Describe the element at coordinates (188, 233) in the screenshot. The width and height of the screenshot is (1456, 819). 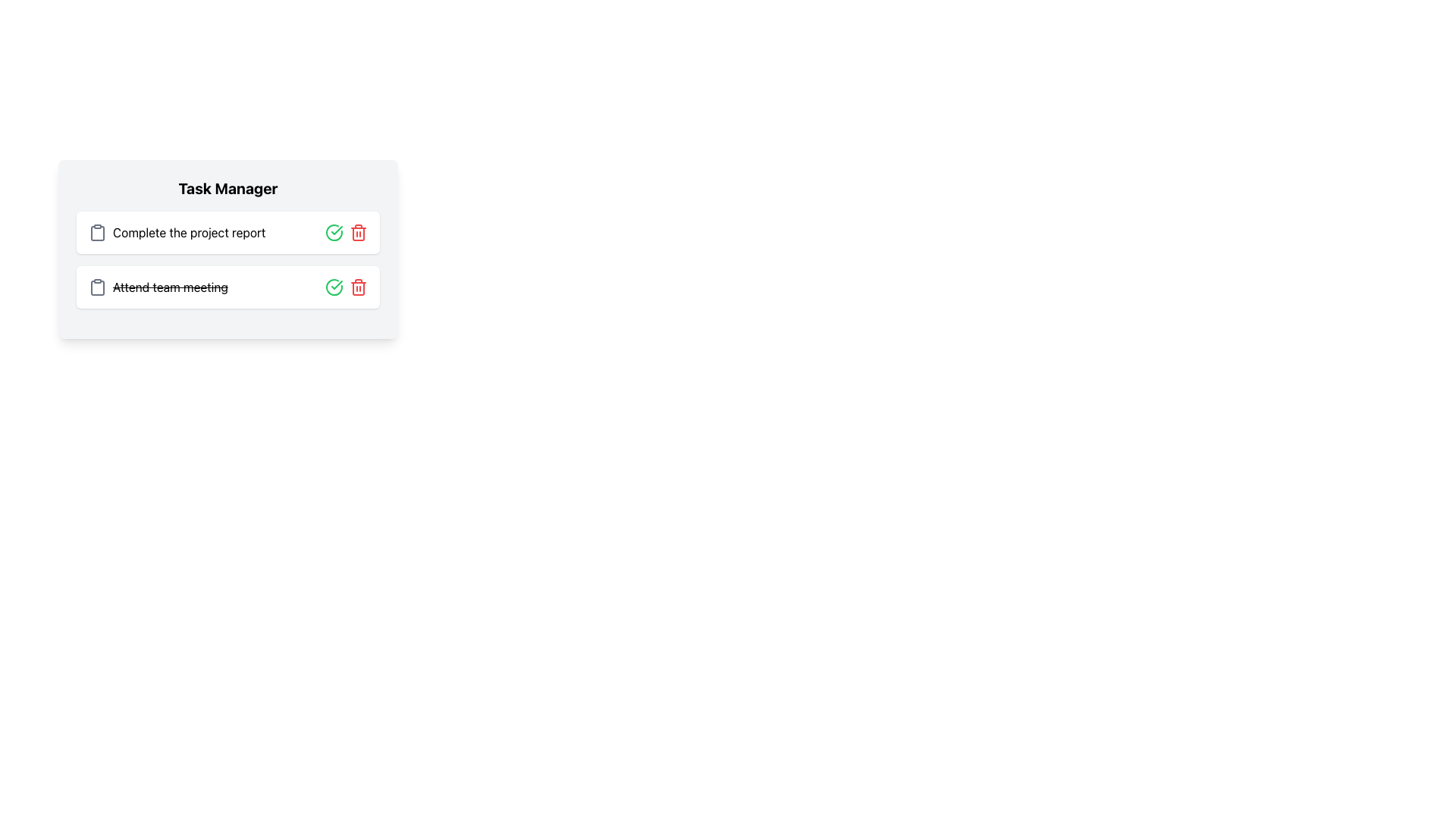
I see `text from the static label that displays 'Complete the project report', located within the first task item in the task manager interface` at that location.